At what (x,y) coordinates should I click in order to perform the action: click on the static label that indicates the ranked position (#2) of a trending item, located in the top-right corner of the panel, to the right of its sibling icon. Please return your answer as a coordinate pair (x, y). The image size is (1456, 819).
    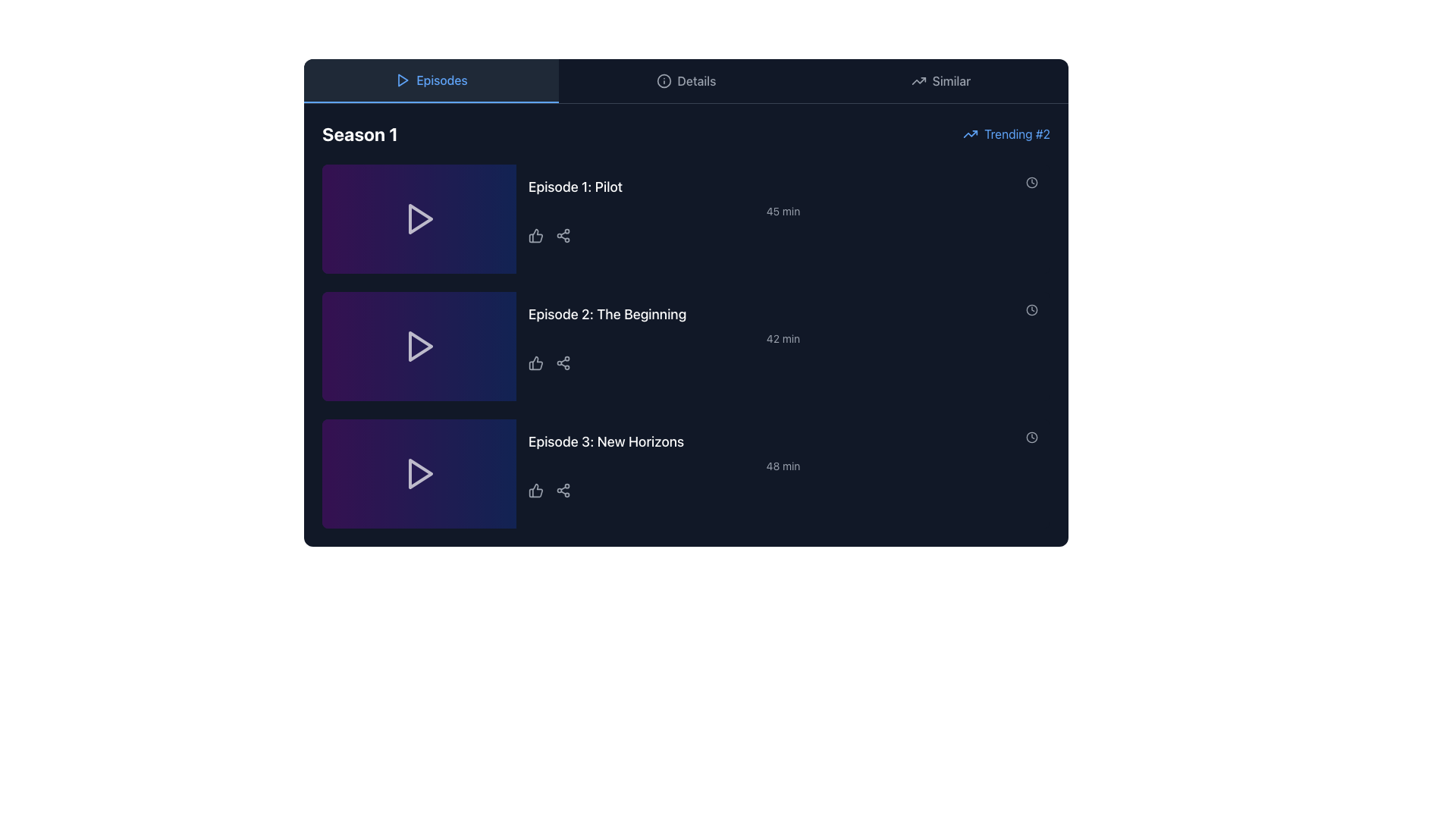
    Looking at the image, I should click on (1017, 133).